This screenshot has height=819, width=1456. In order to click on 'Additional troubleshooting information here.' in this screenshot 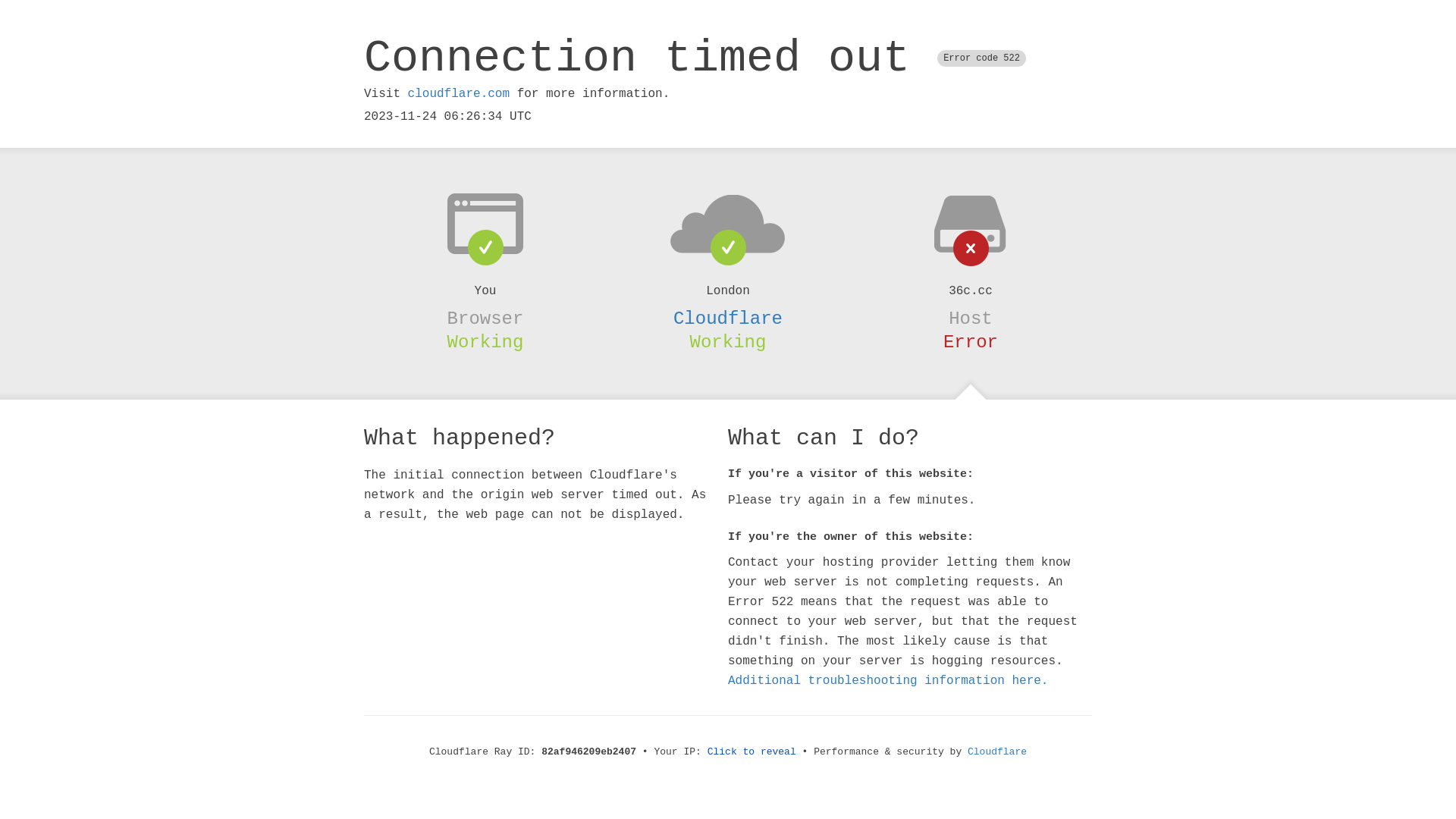, I will do `click(888, 680)`.